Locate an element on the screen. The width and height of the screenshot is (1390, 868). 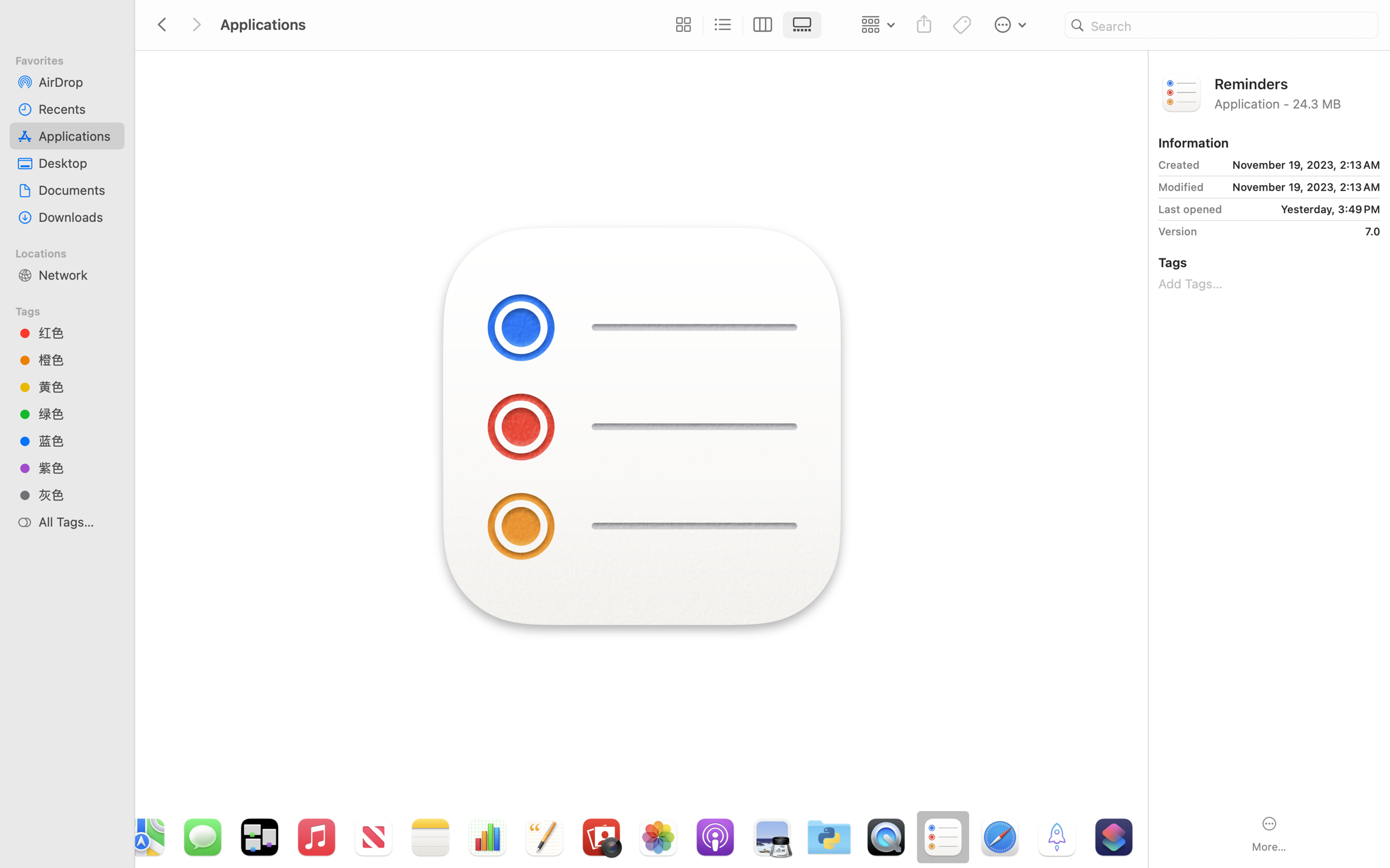
'Modified' is located at coordinates (1180, 187).